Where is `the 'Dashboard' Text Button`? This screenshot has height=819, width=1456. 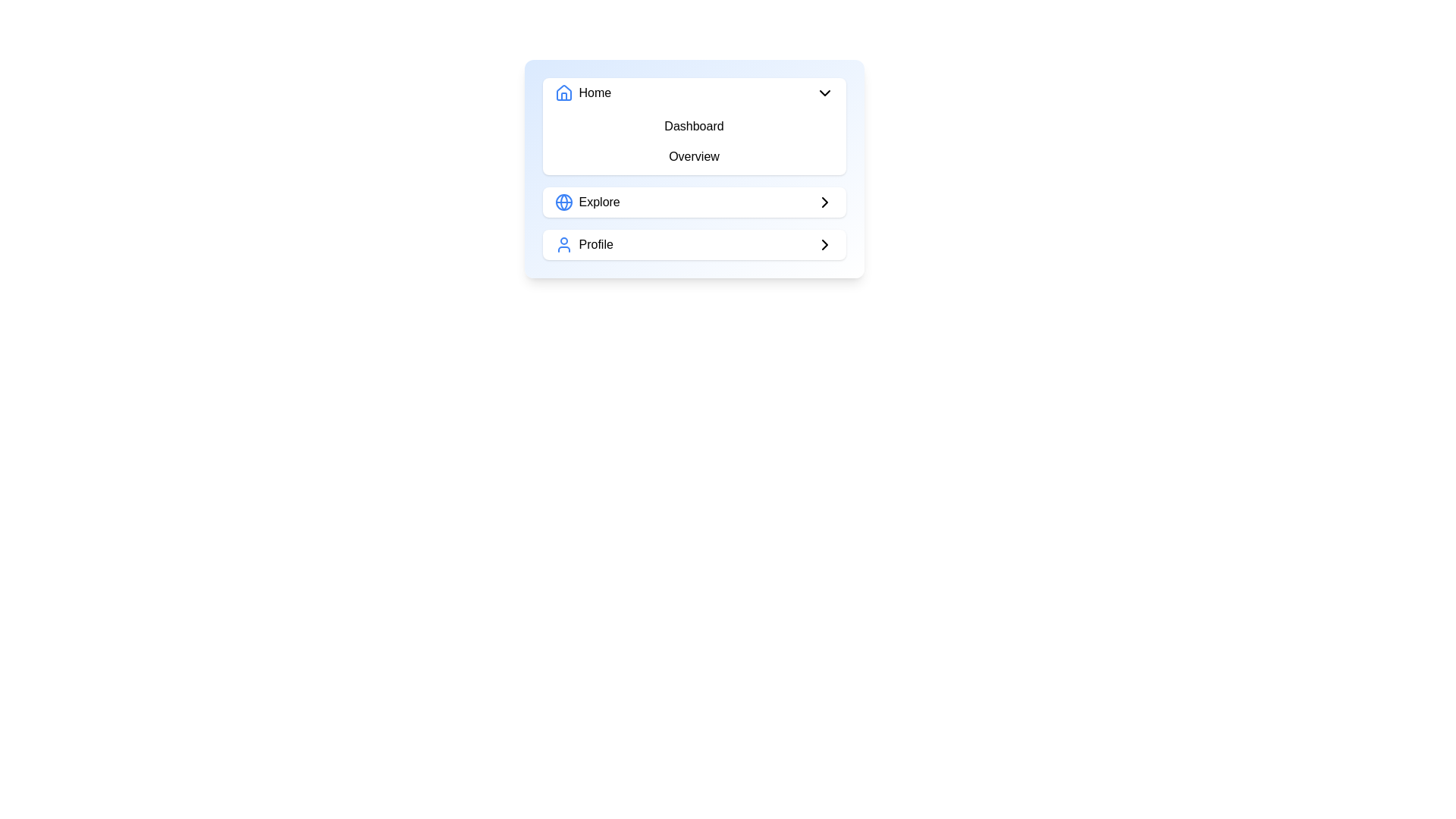 the 'Dashboard' Text Button is located at coordinates (693, 125).